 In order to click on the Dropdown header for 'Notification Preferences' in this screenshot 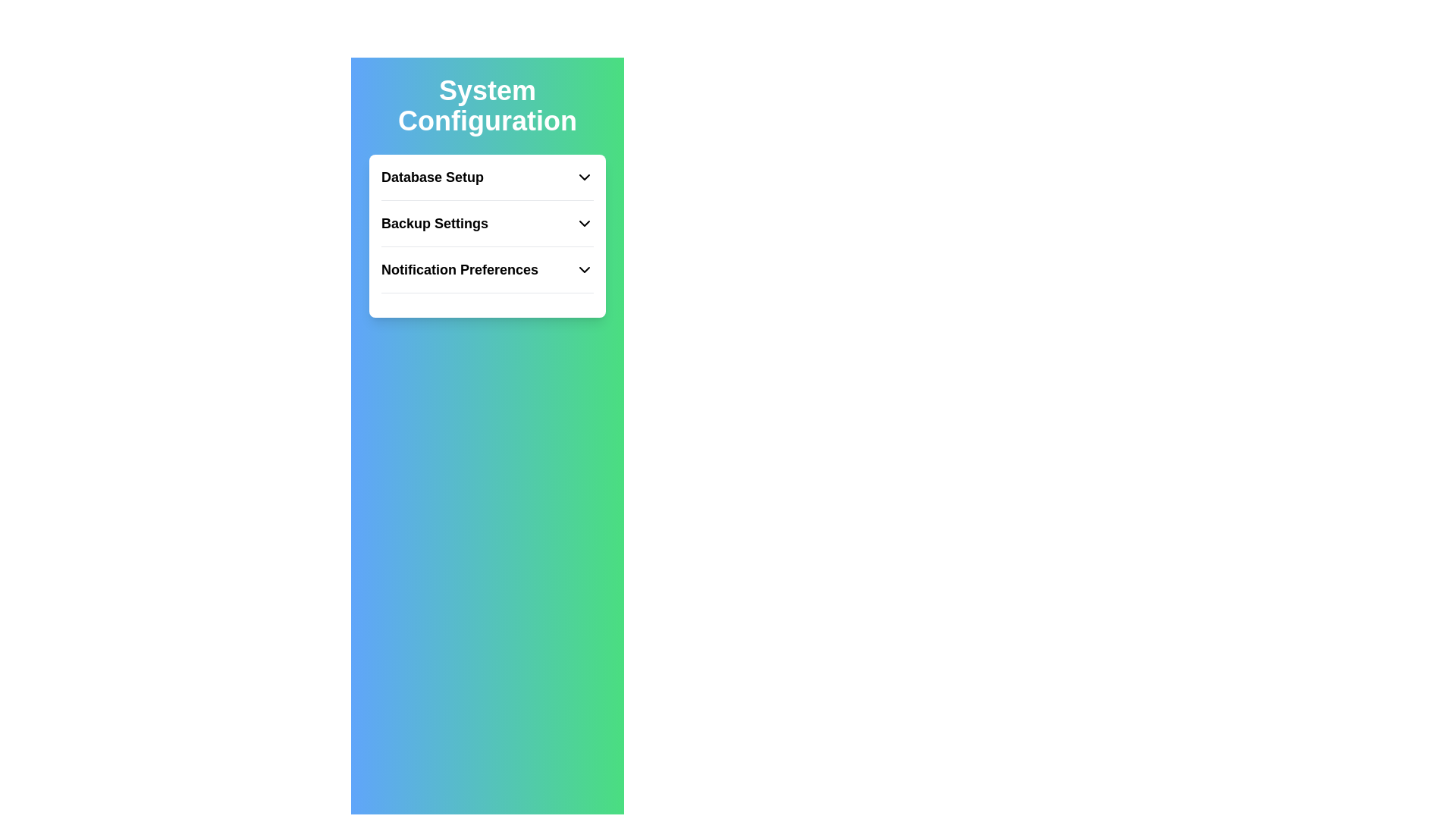, I will do `click(488, 276)`.